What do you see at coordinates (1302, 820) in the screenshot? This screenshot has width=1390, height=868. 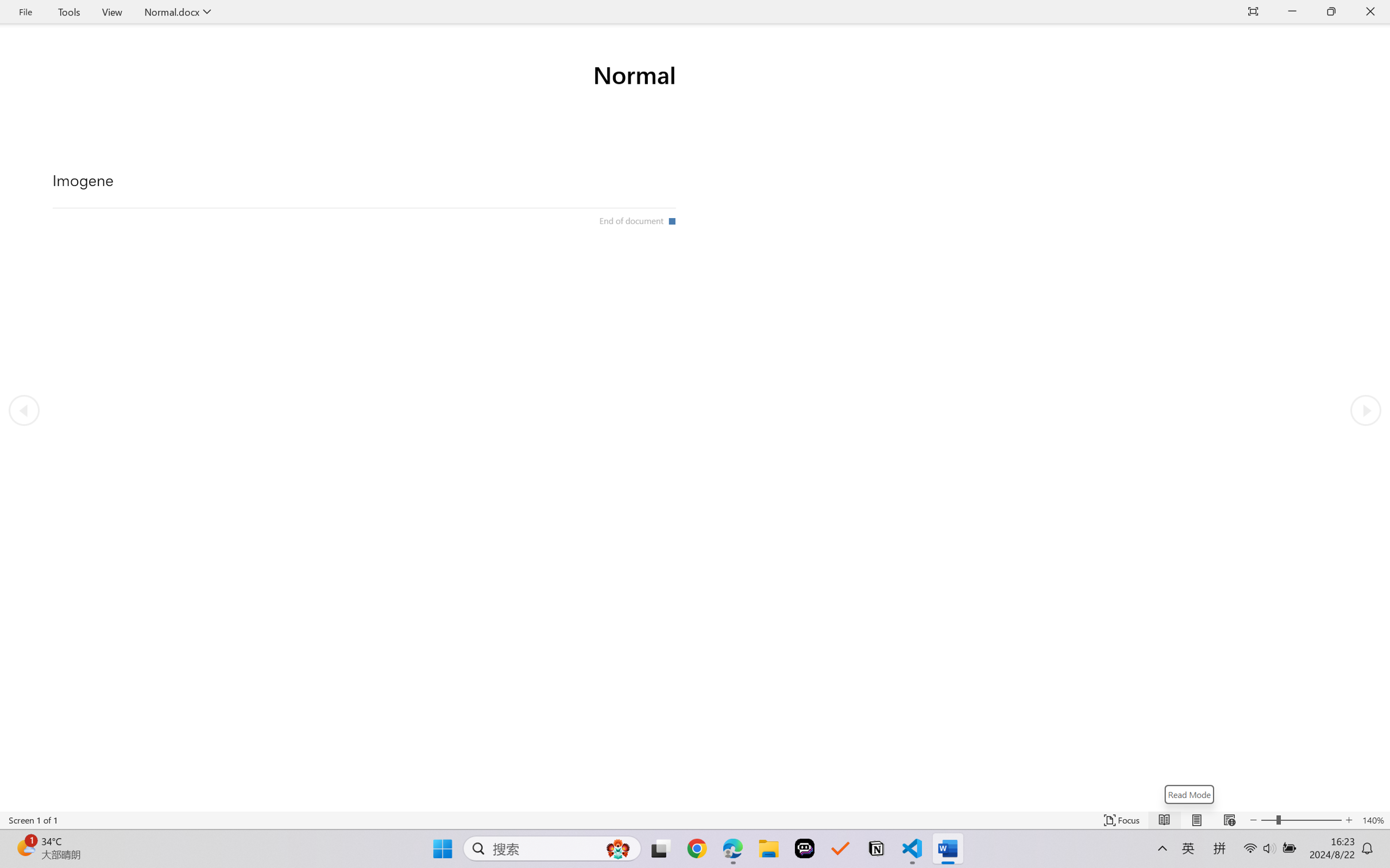 I see `'Text Size'` at bounding box center [1302, 820].